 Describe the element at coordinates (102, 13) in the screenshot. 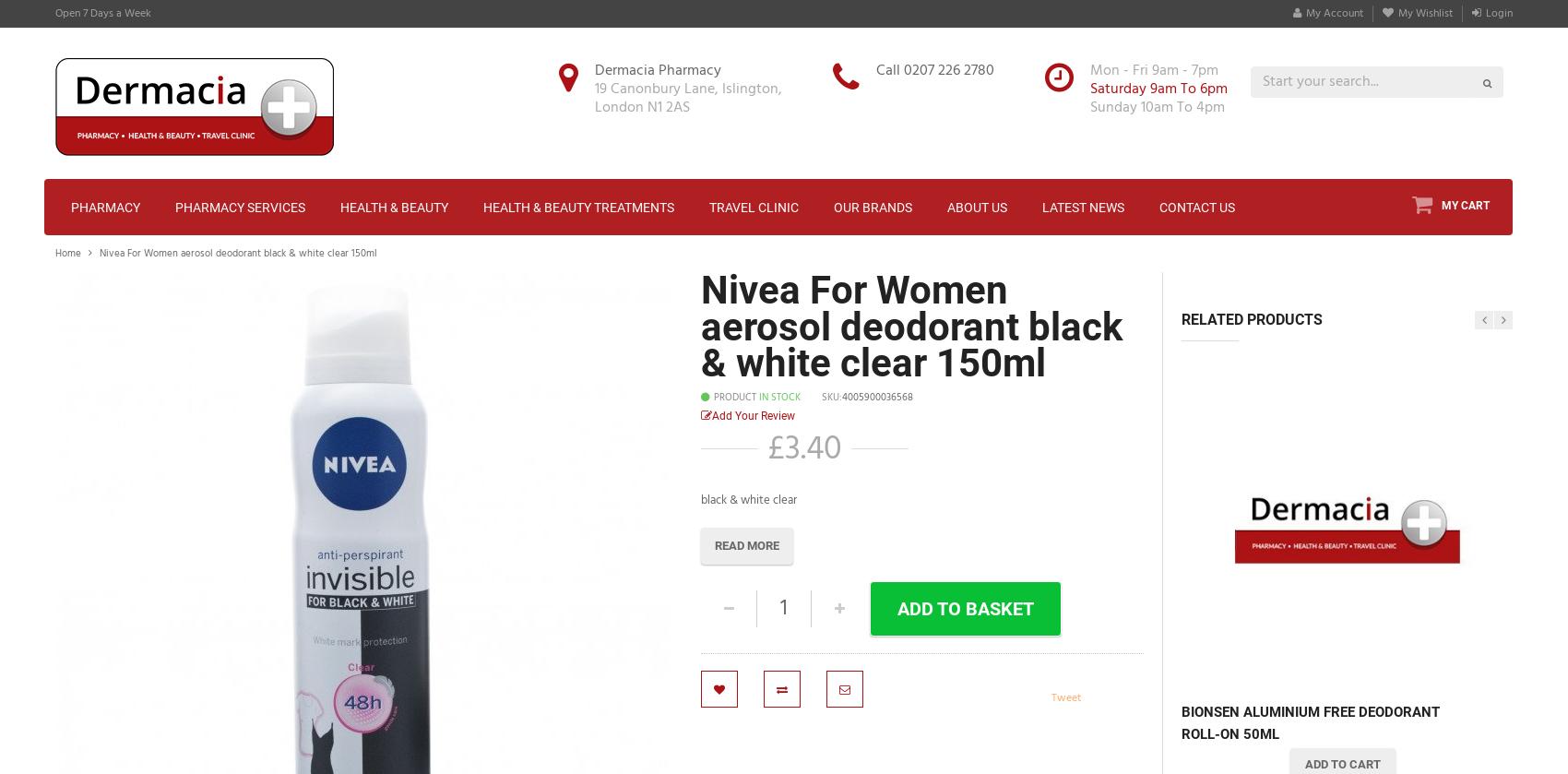

I see `'Open 7 Days a Week'` at that location.